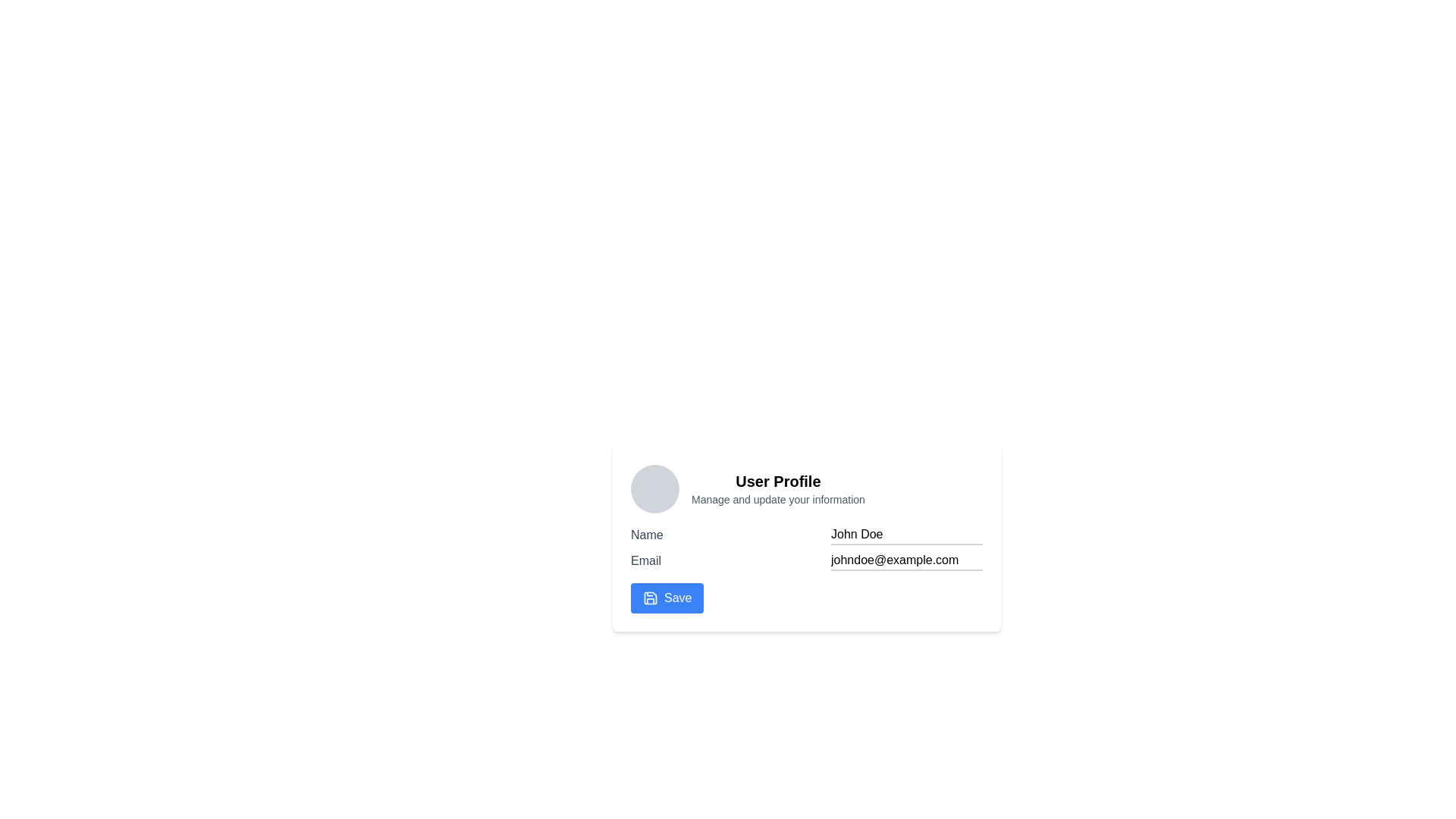 The image size is (1456, 819). I want to click on the Text Label indicating the purpose of the adjacent email input field, which is located directly above the text input showing 'johndoe@example.com', so click(646, 561).